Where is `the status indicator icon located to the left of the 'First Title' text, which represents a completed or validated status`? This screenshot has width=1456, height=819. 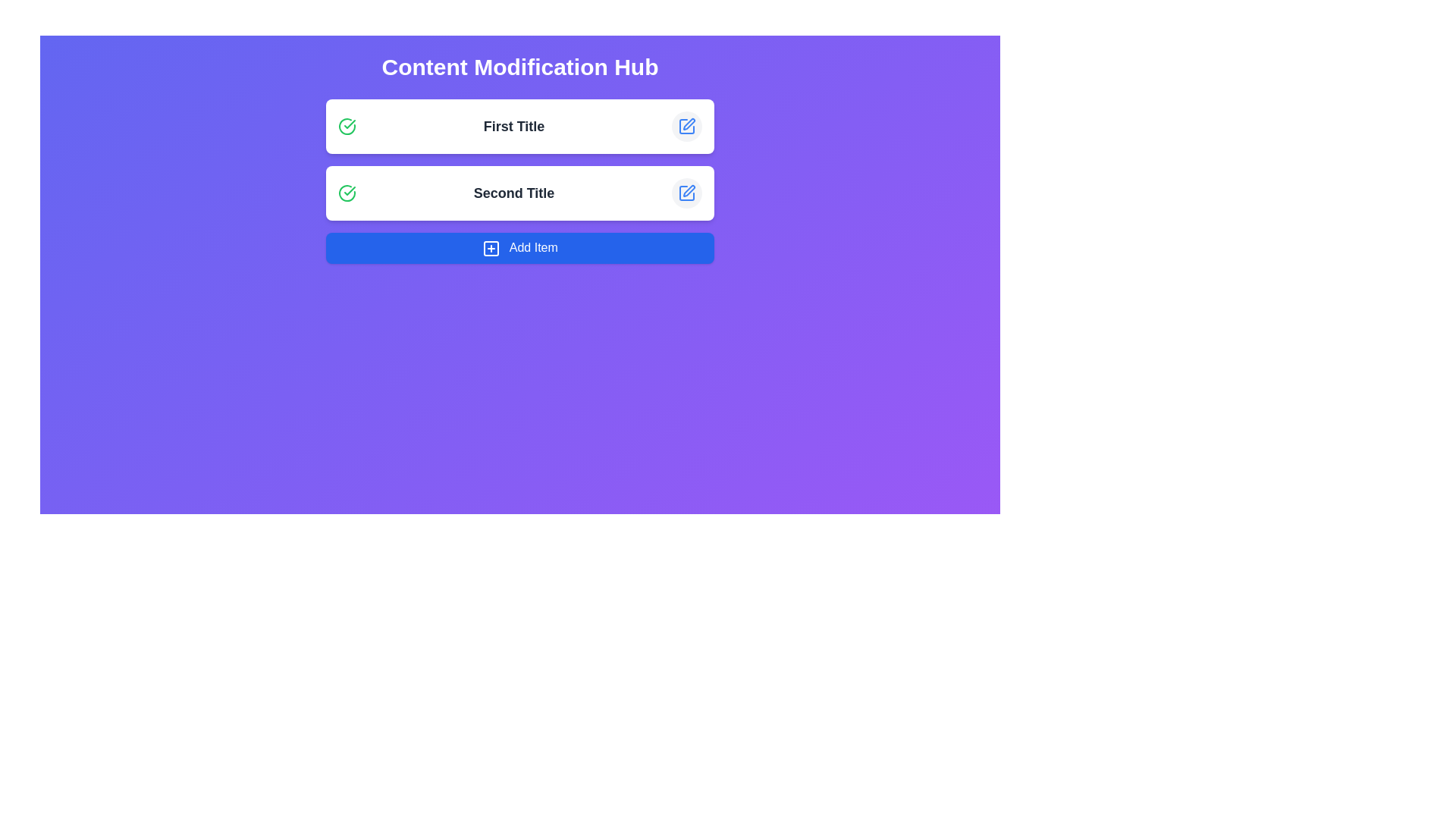
the status indicator icon located to the left of the 'First Title' text, which represents a completed or validated status is located at coordinates (346, 125).